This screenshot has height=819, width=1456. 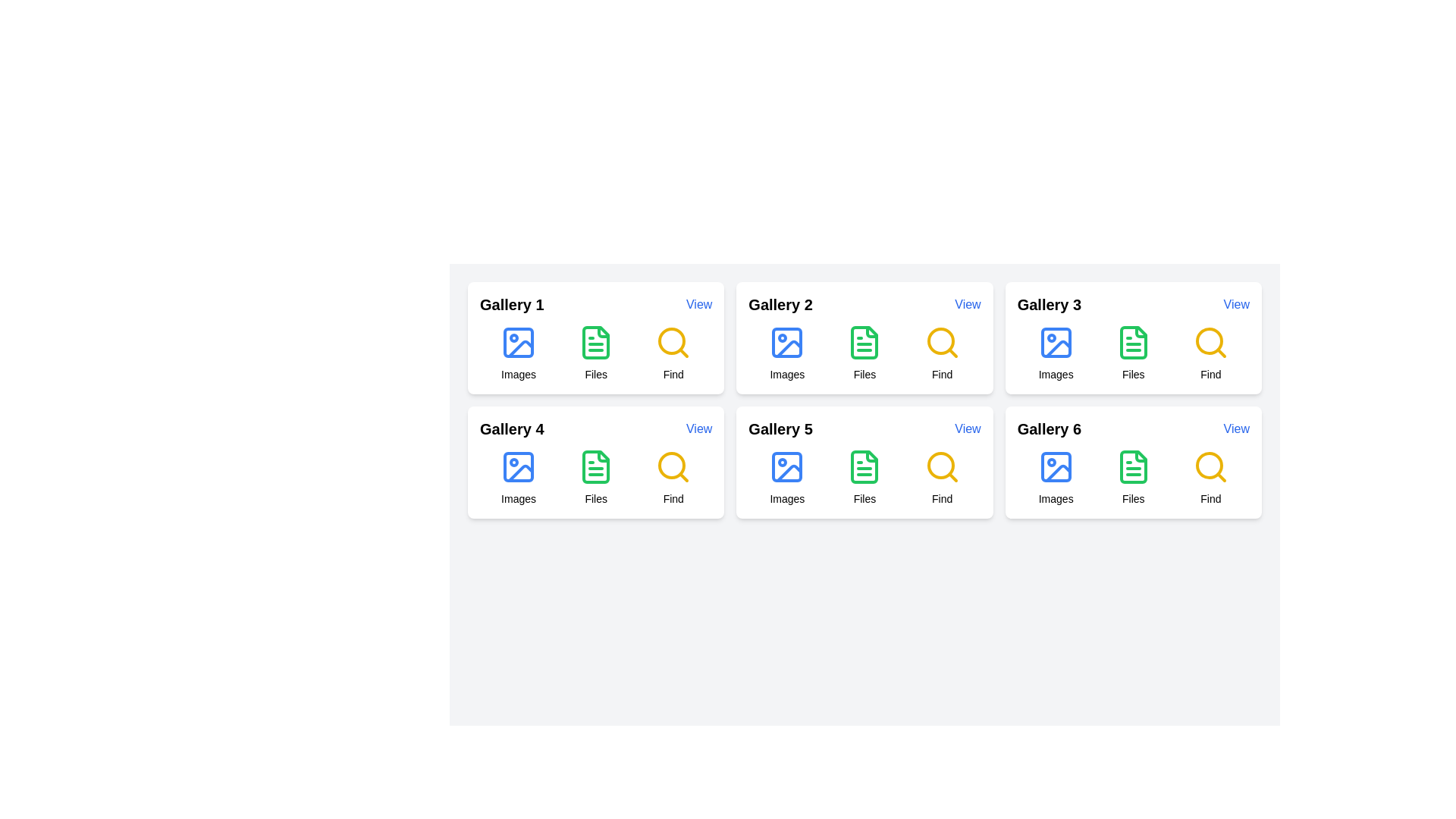 What do you see at coordinates (1208, 341) in the screenshot?
I see `the 'Find' button represented by the circular SVG component of the magnifying glass icon, located as the third option in the action row for 'Gallery 3'` at bounding box center [1208, 341].